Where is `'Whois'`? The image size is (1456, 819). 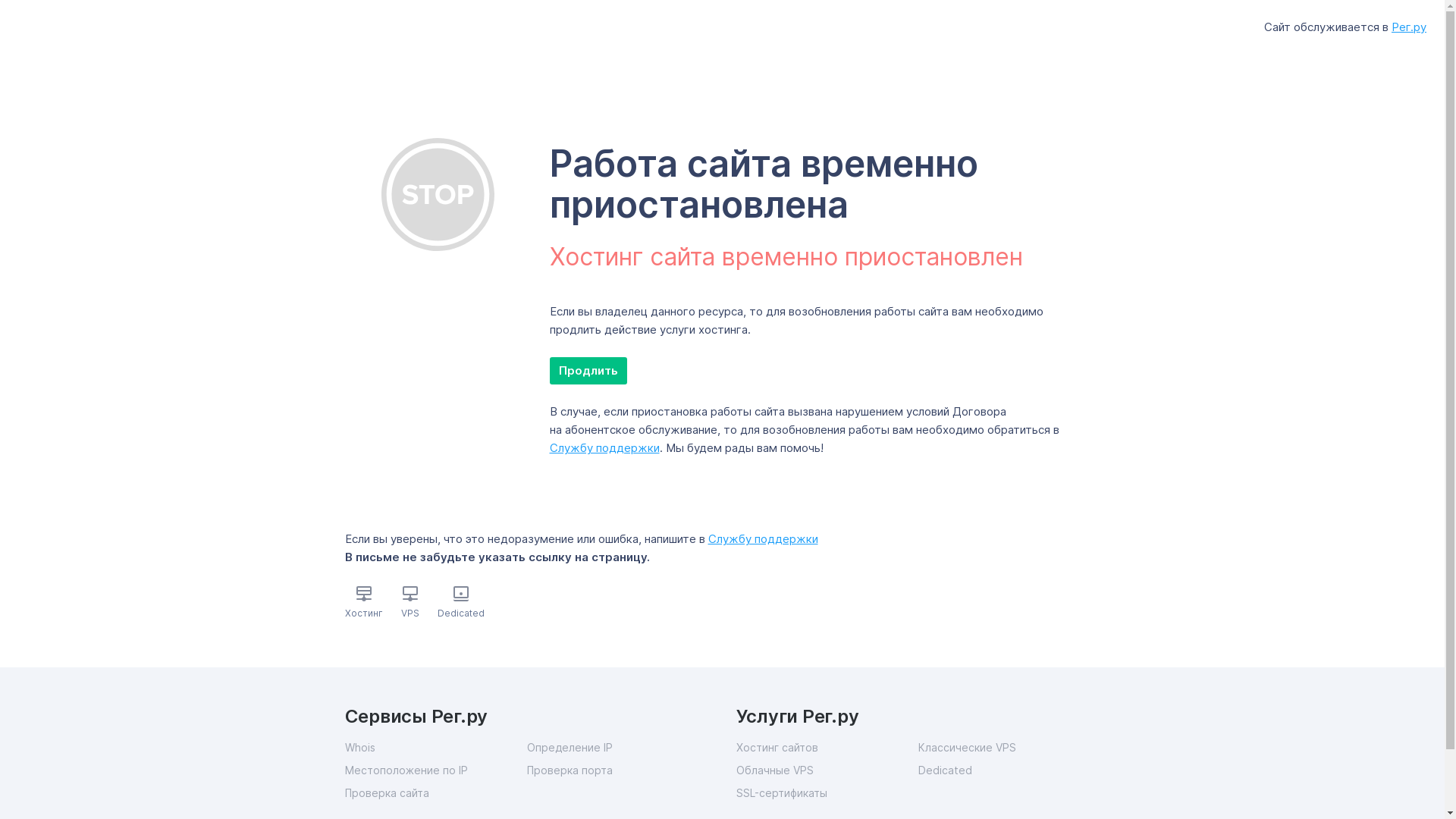
'Whois' is located at coordinates (344, 747).